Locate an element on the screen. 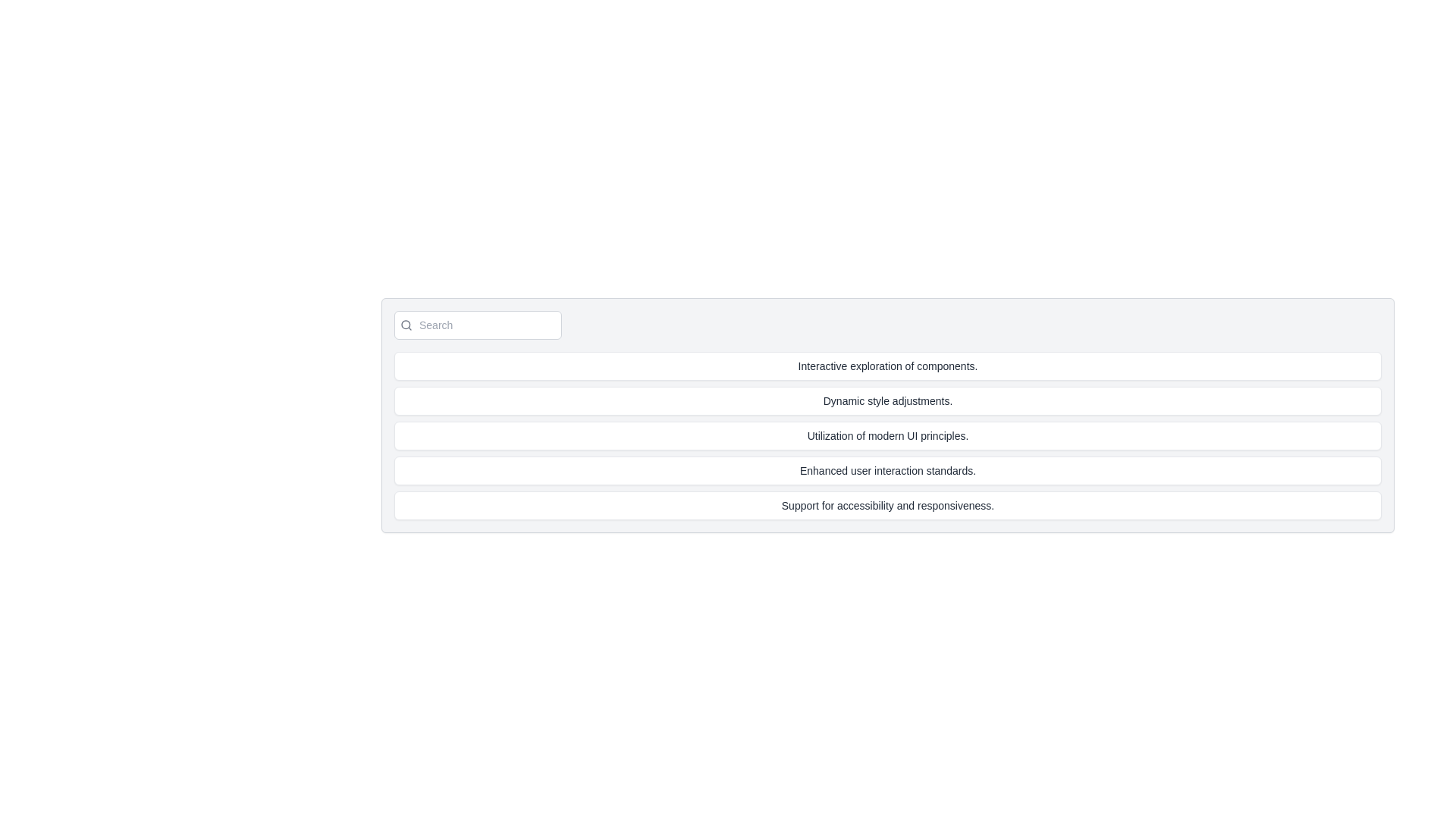 This screenshot has width=1456, height=819. the character 'e' located in the text 'Interactive exploration of components.' to focus the text is located at coordinates (843, 366).